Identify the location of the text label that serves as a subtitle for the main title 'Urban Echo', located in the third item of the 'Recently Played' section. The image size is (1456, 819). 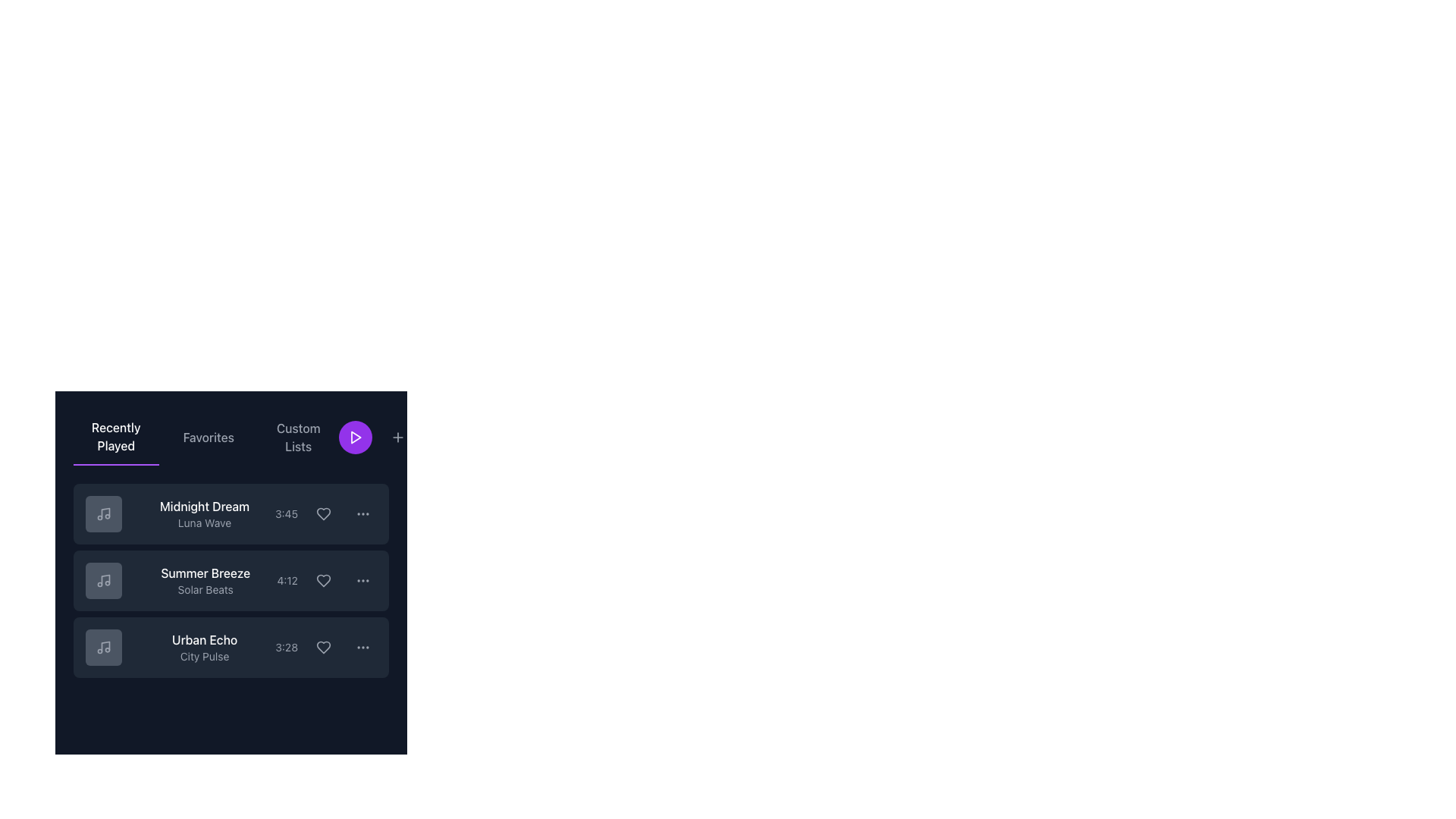
(204, 656).